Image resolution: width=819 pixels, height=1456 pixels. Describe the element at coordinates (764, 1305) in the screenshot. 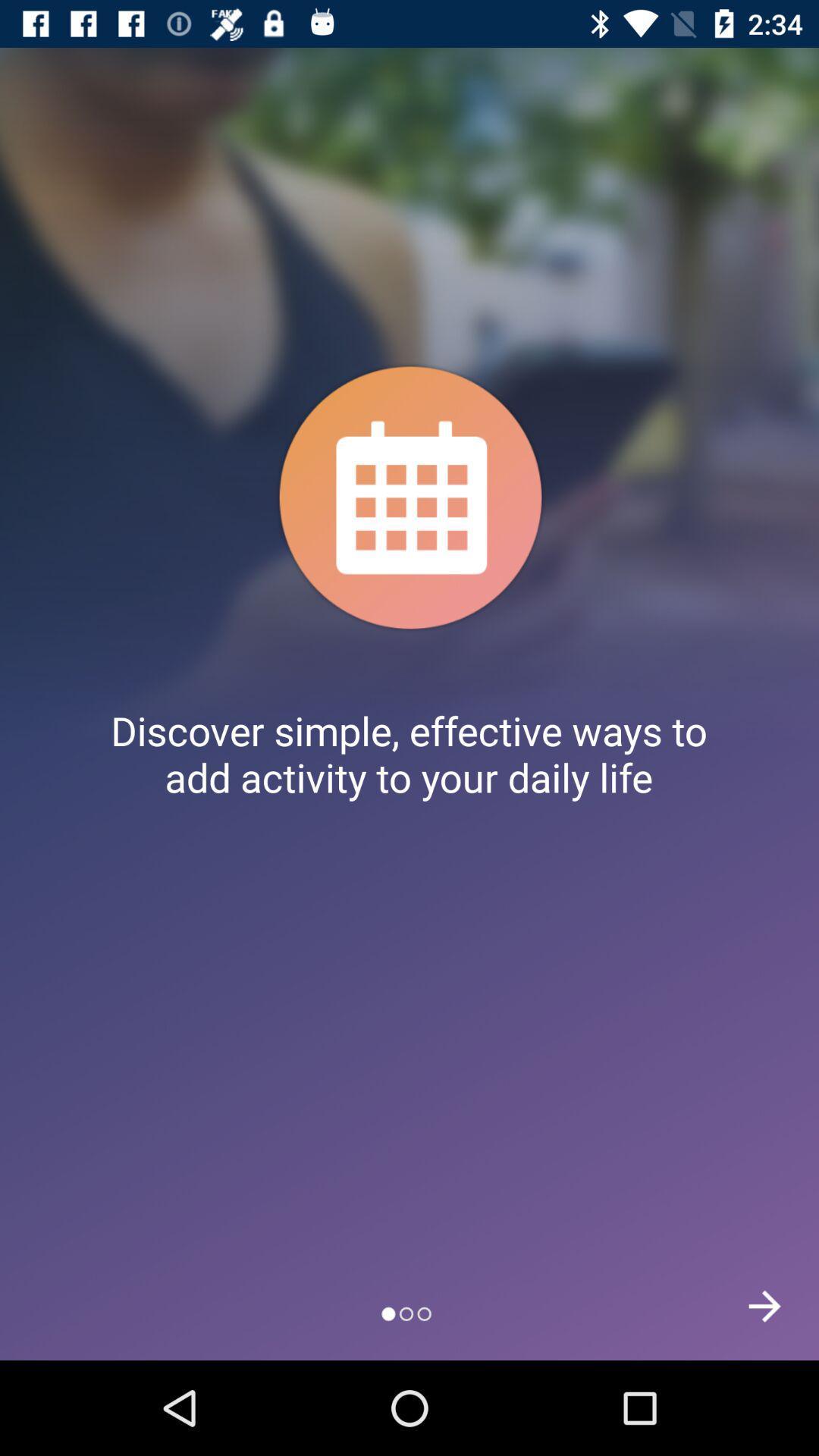

I see `the arrow` at that location.